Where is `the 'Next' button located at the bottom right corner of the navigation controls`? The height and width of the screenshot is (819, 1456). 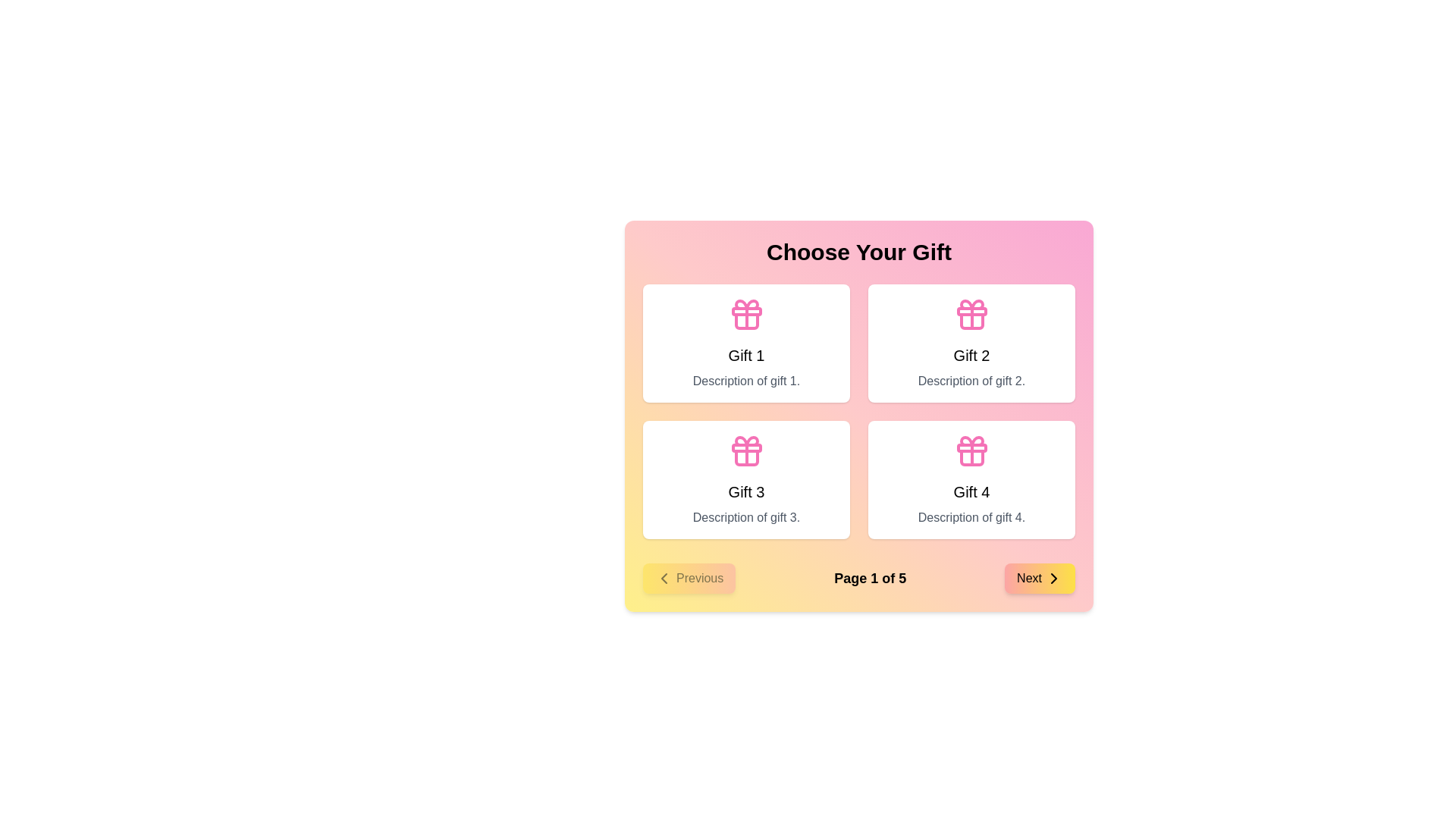
the 'Next' button located at the bottom right corner of the navigation controls is located at coordinates (1039, 579).